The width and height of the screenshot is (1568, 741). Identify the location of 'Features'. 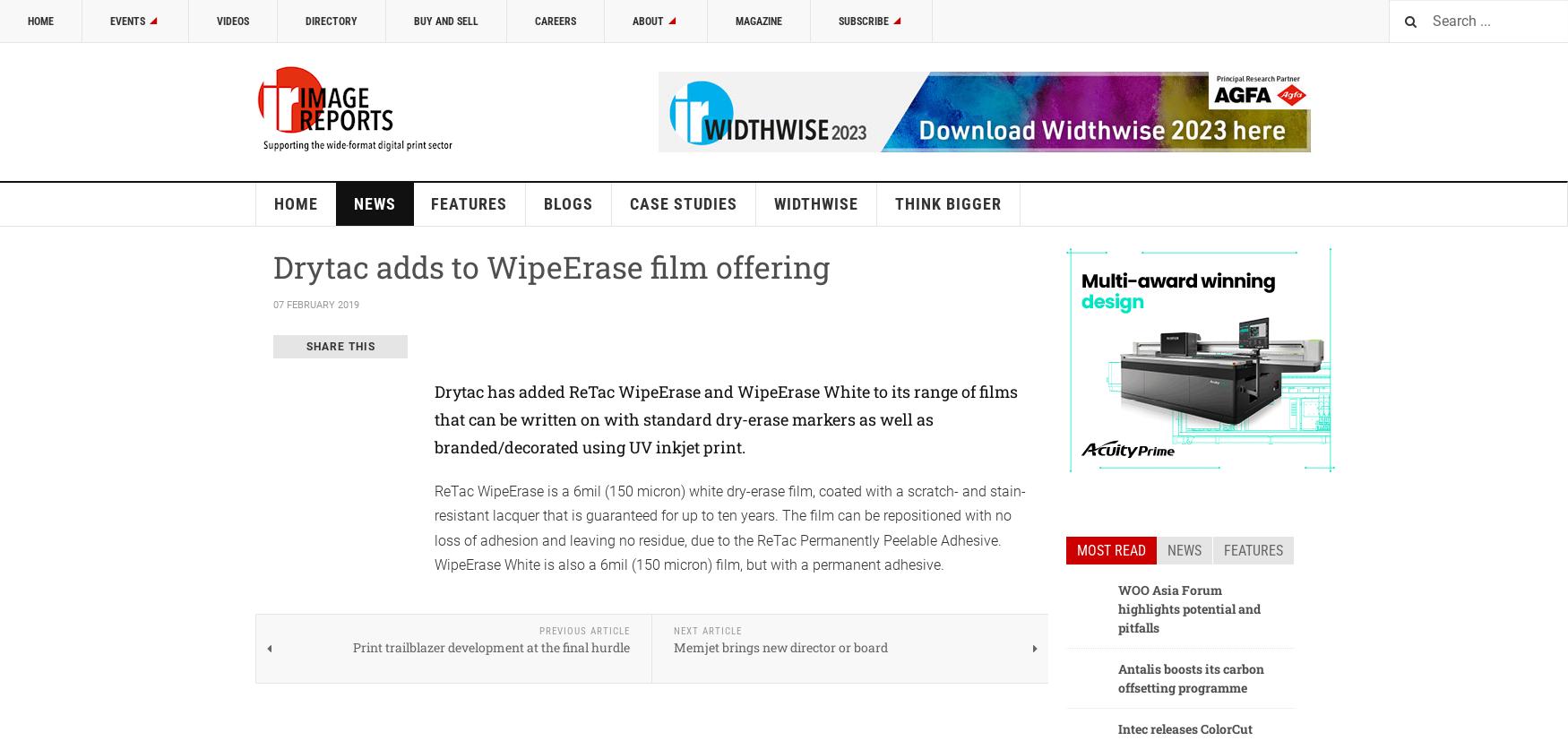
(1252, 549).